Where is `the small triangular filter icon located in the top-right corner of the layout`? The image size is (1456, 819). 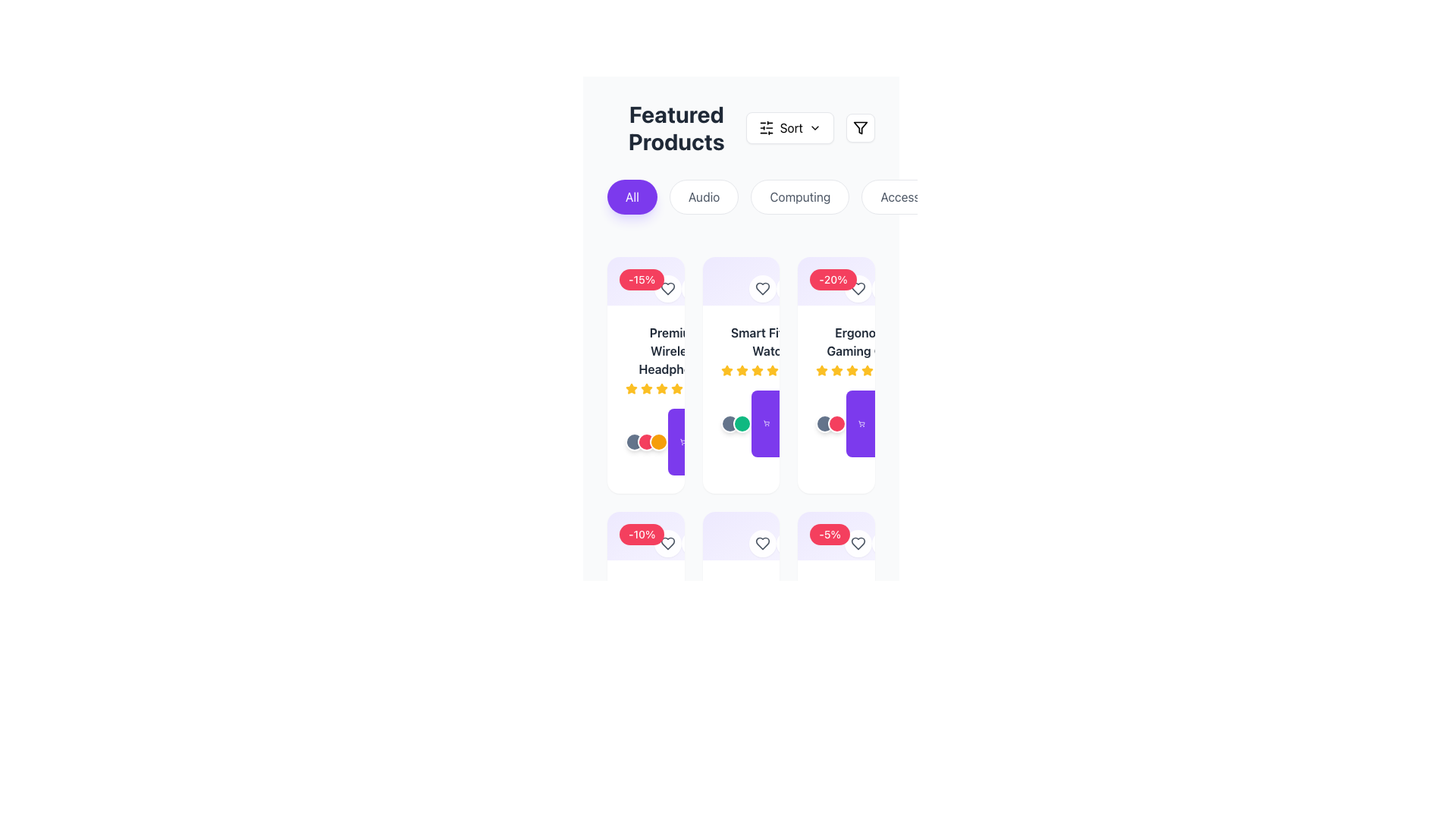
the small triangular filter icon located in the top-right corner of the layout is located at coordinates (860, 127).